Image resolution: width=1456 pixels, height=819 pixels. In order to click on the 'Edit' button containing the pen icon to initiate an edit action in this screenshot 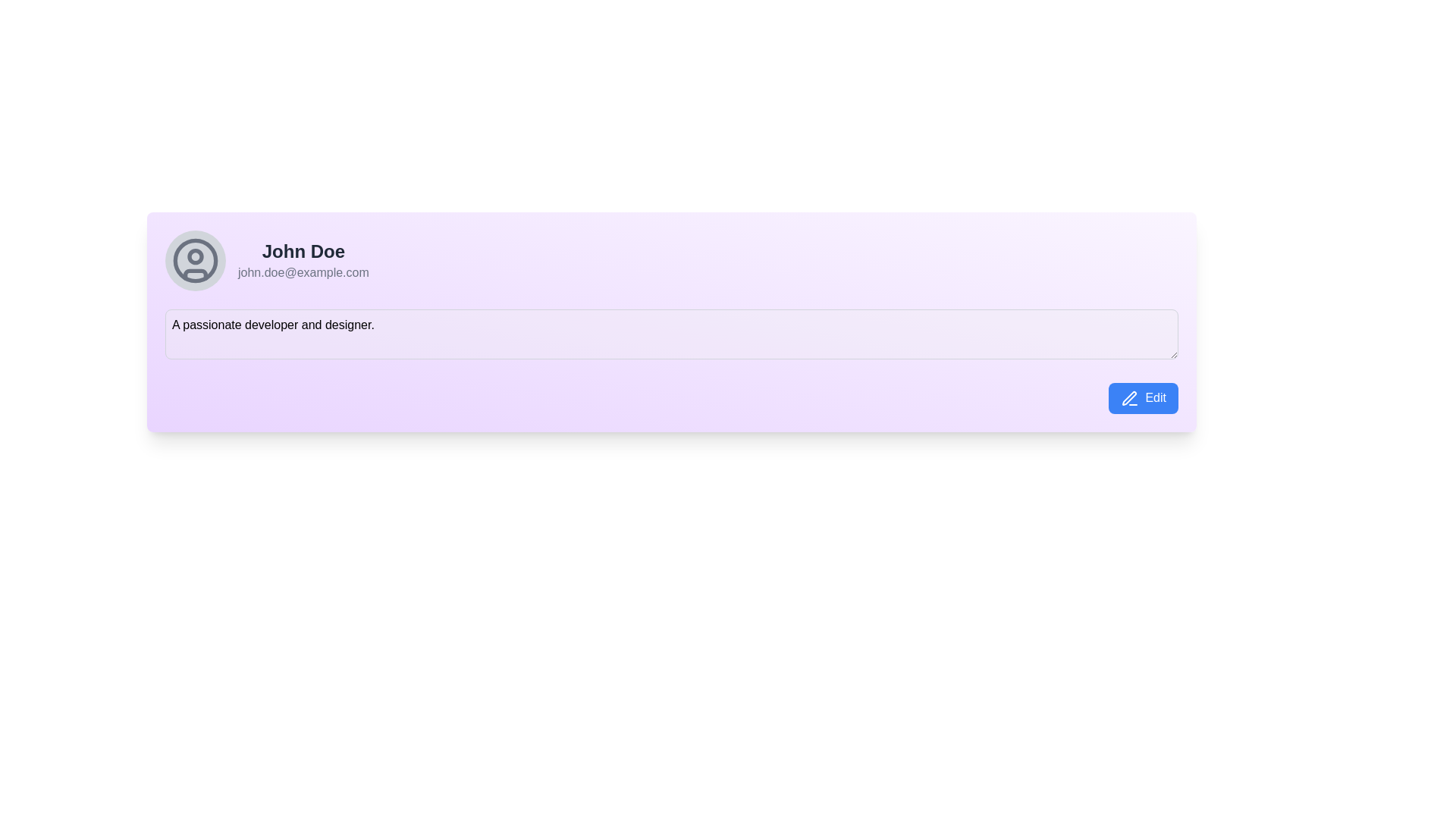, I will do `click(1130, 397)`.